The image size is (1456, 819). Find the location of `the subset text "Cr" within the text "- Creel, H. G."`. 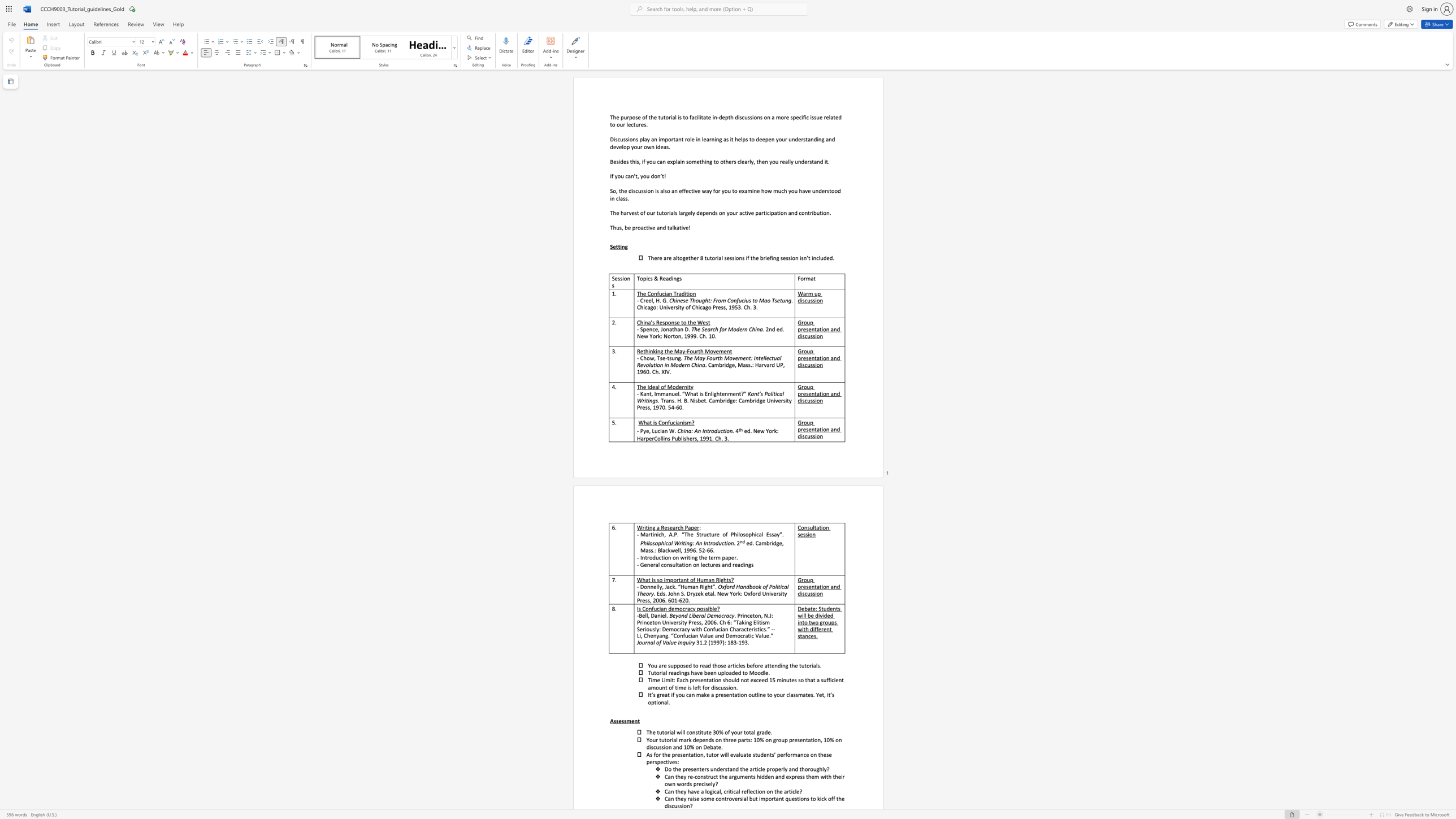

the subset text "Cr" within the text "- Creel, H. G." is located at coordinates (640, 300).